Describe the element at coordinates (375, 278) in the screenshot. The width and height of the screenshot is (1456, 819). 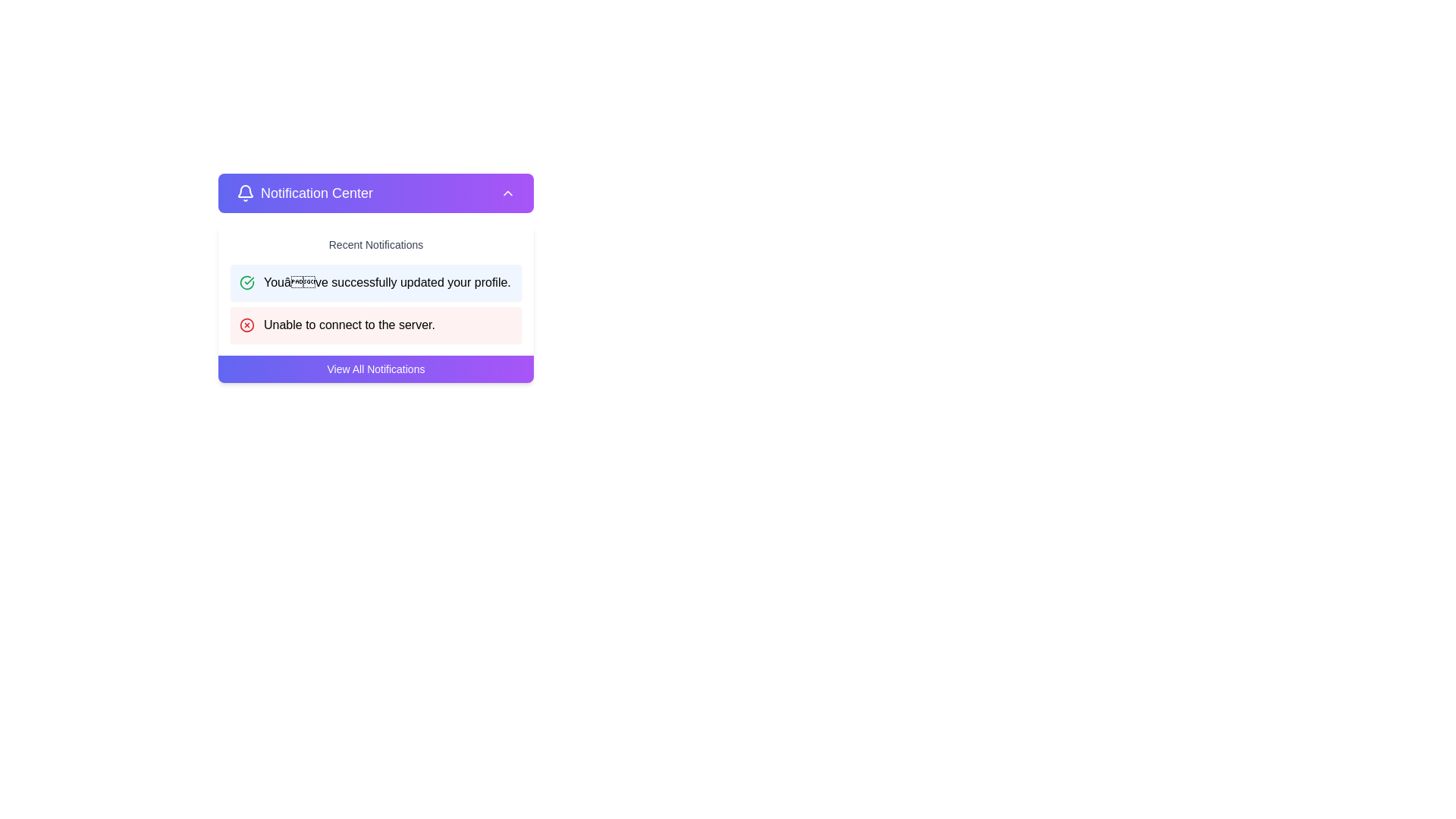
I see `notification message displayed in the notification box with a light blue background and a green checkmark, indicating a successful profile update` at that location.